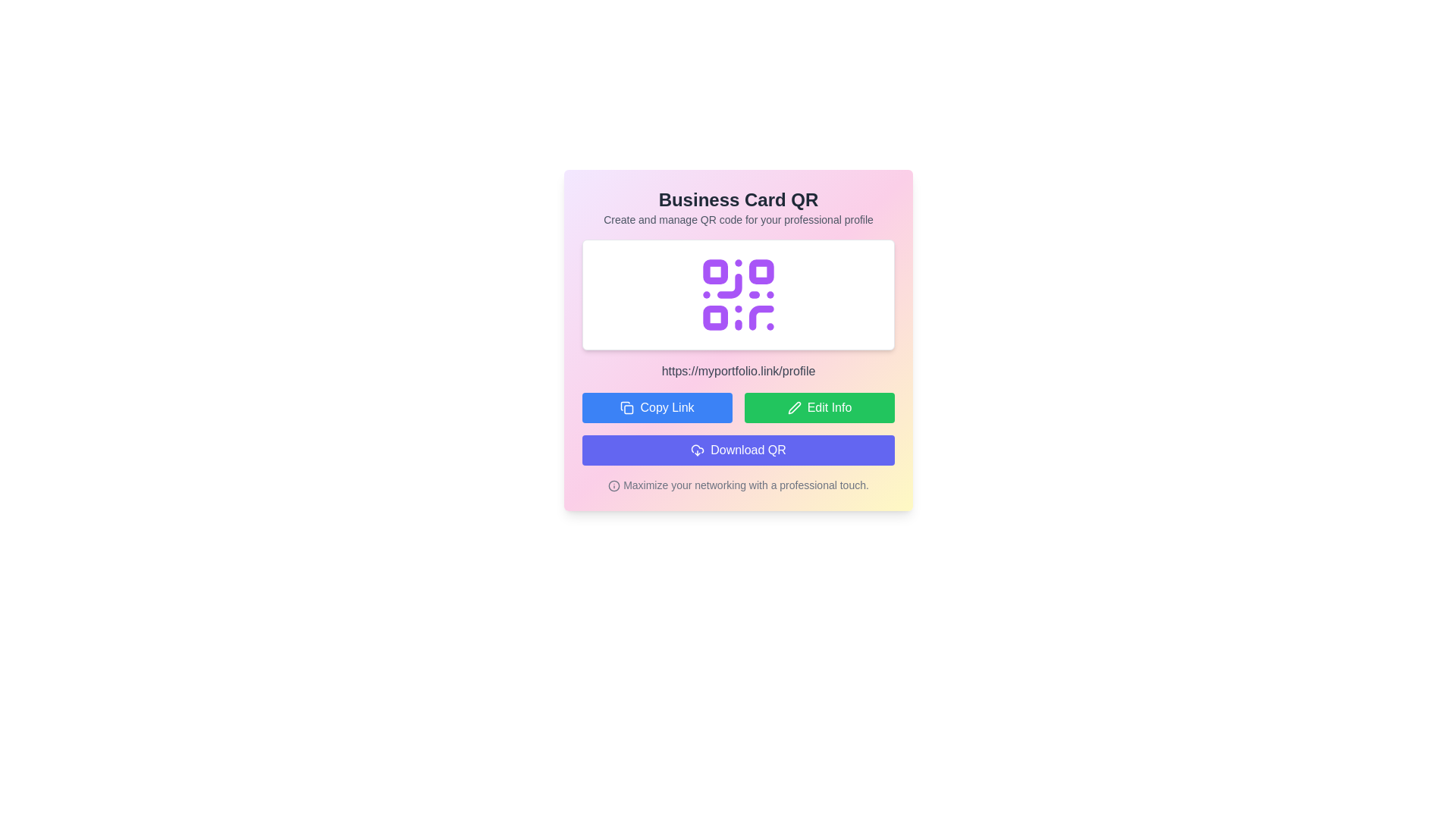 The height and width of the screenshot is (819, 1456). Describe the element at coordinates (761, 271) in the screenshot. I see `the violet square block with rounded corners located inside the QR code illustration, positioned second horizontally and first vertically within the QR code grid` at that location.